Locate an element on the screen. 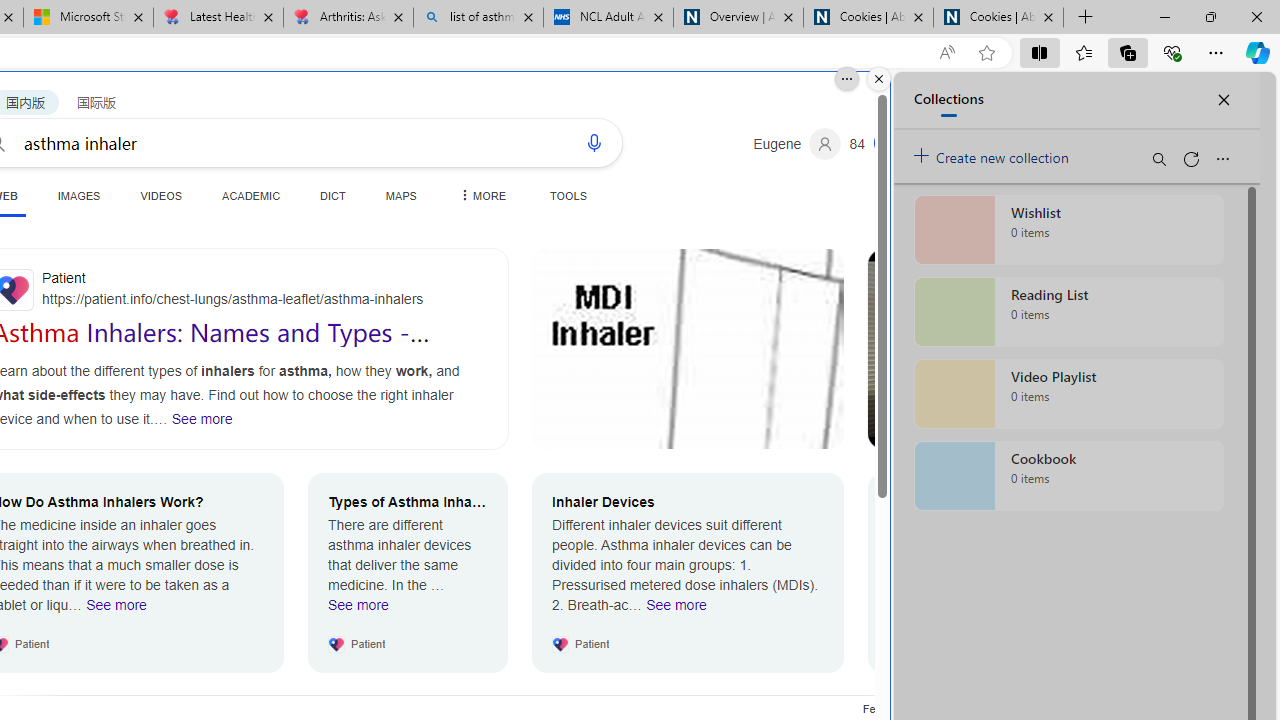 This screenshot has width=1280, height=720. 'MAPS' is located at coordinates (400, 195).